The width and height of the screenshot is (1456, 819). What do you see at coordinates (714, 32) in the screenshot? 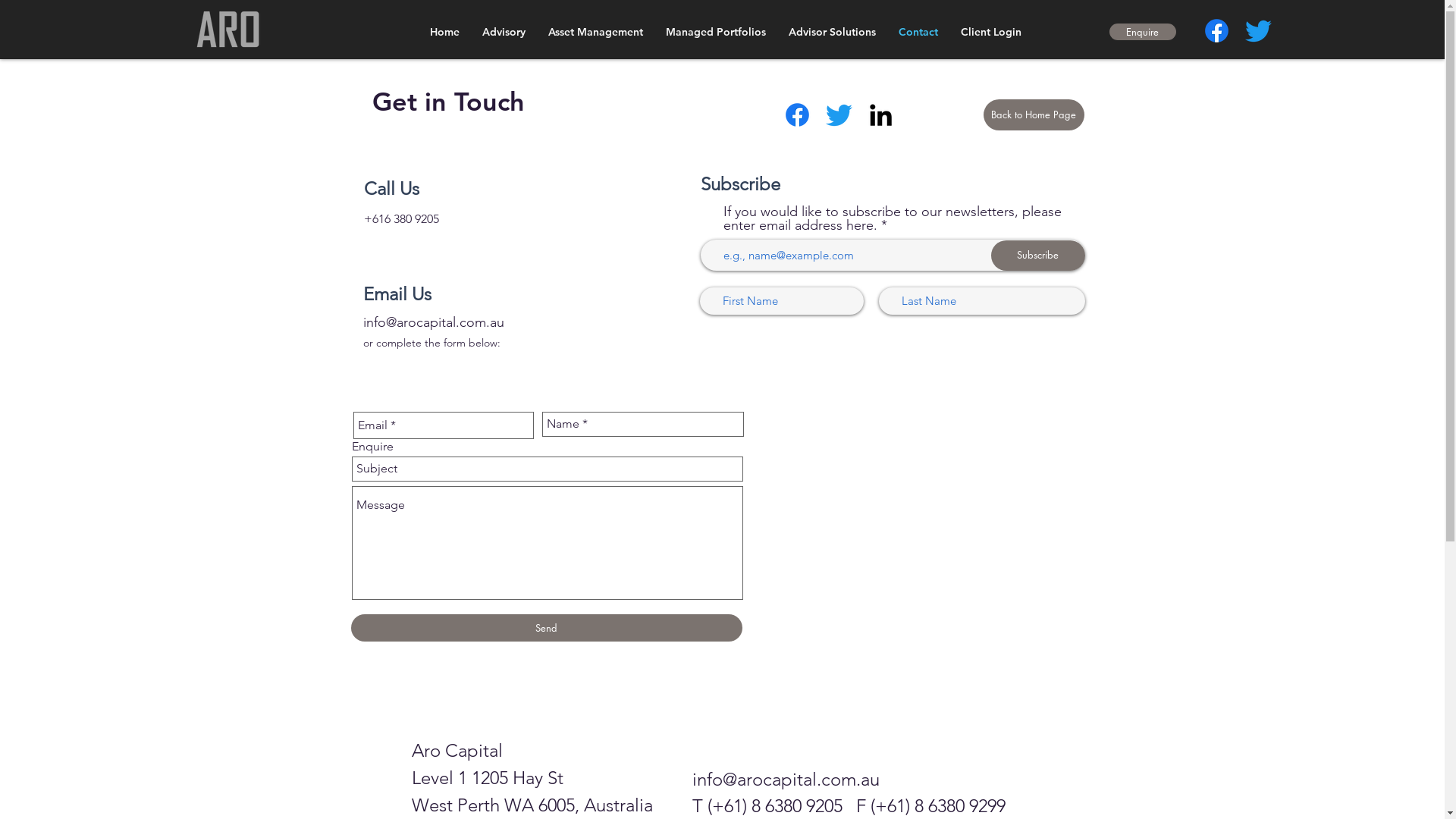
I see `'Managed Portfolios'` at bounding box center [714, 32].